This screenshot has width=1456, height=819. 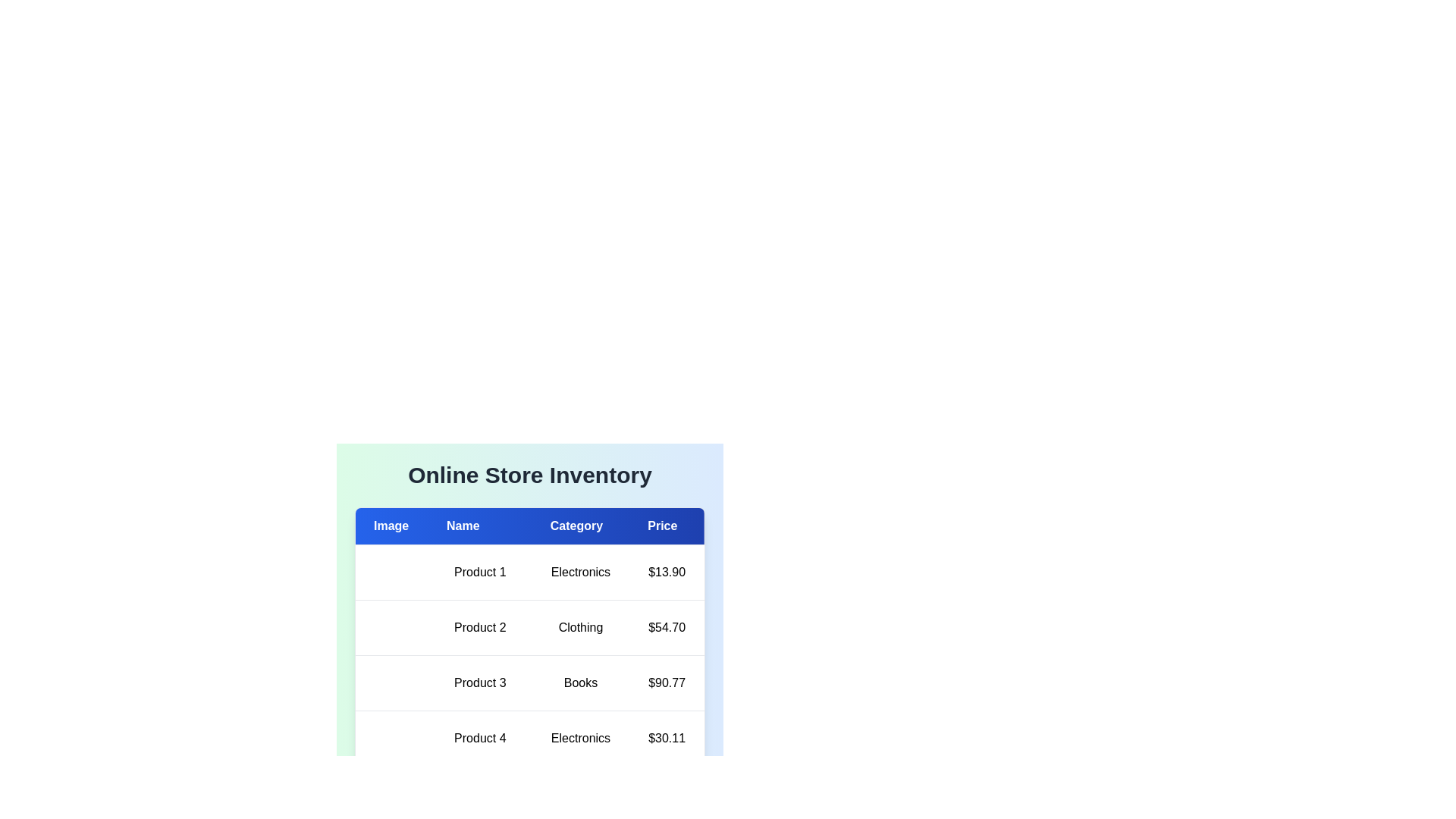 What do you see at coordinates (530, 628) in the screenshot?
I see `the row of the product with name Product 2` at bounding box center [530, 628].